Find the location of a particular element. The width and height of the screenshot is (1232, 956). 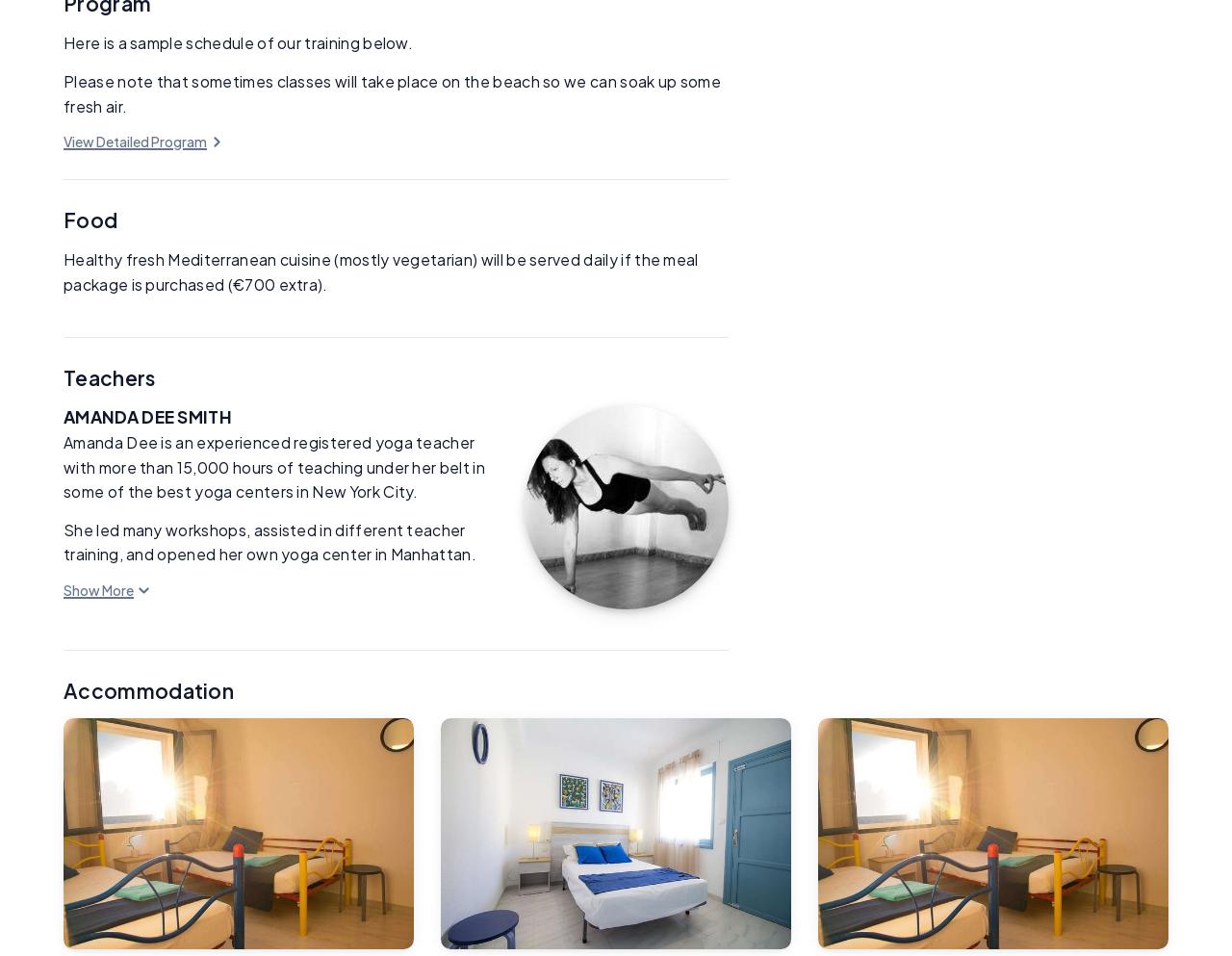

'Teachers' is located at coordinates (108, 376).